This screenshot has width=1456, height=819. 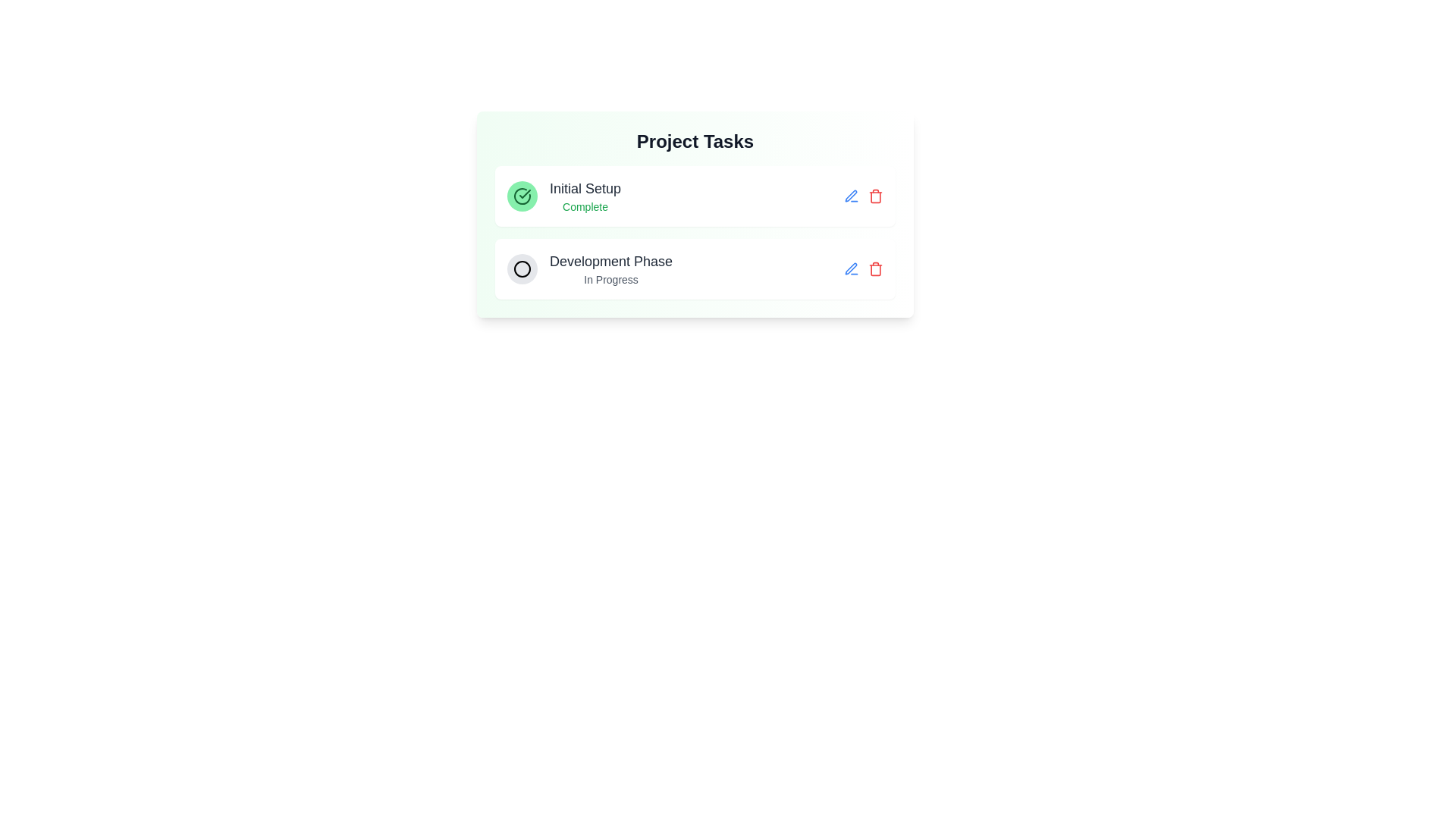 I want to click on text information displayed in the 'Development Phase' status indicator, which shows 'In Progress', so click(x=588, y=268).